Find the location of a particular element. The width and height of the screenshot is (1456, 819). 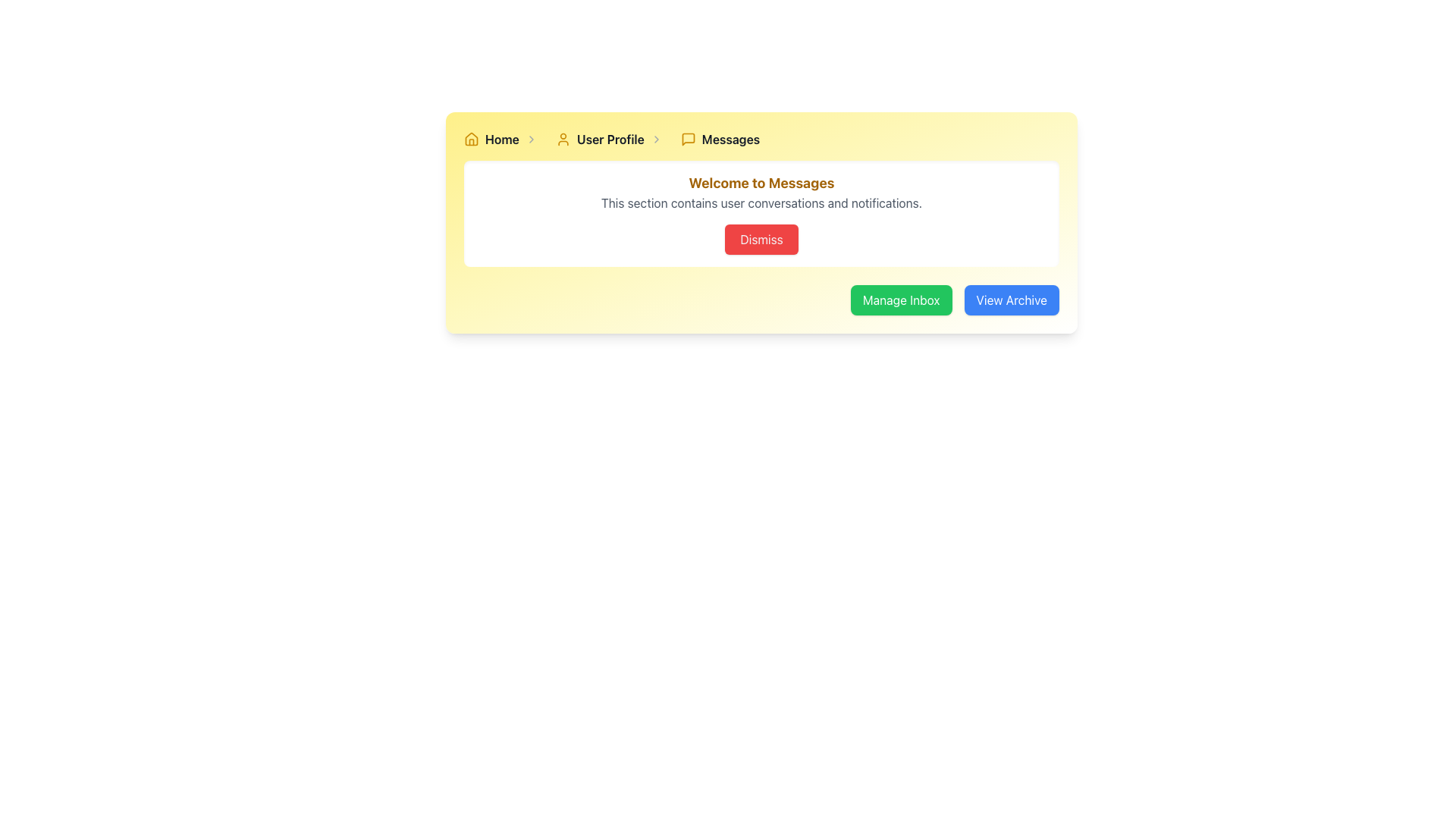

the second hyperlink in the breadcrumb list, located between 'Home' and 'Messages' is located at coordinates (612, 140).